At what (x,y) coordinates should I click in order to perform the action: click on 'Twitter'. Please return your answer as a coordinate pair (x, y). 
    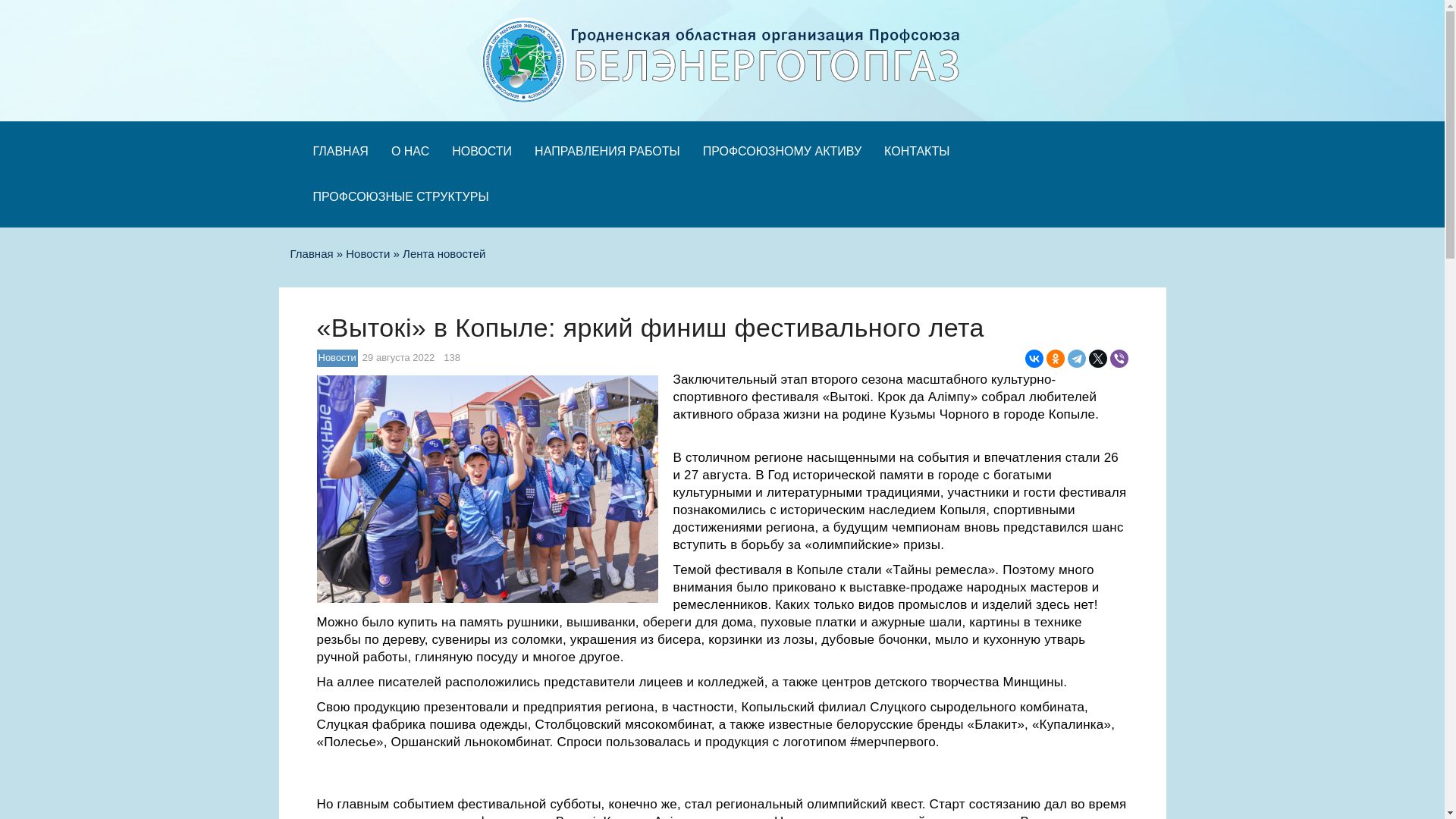
    Looking at the image, I should click on (1087, 359).